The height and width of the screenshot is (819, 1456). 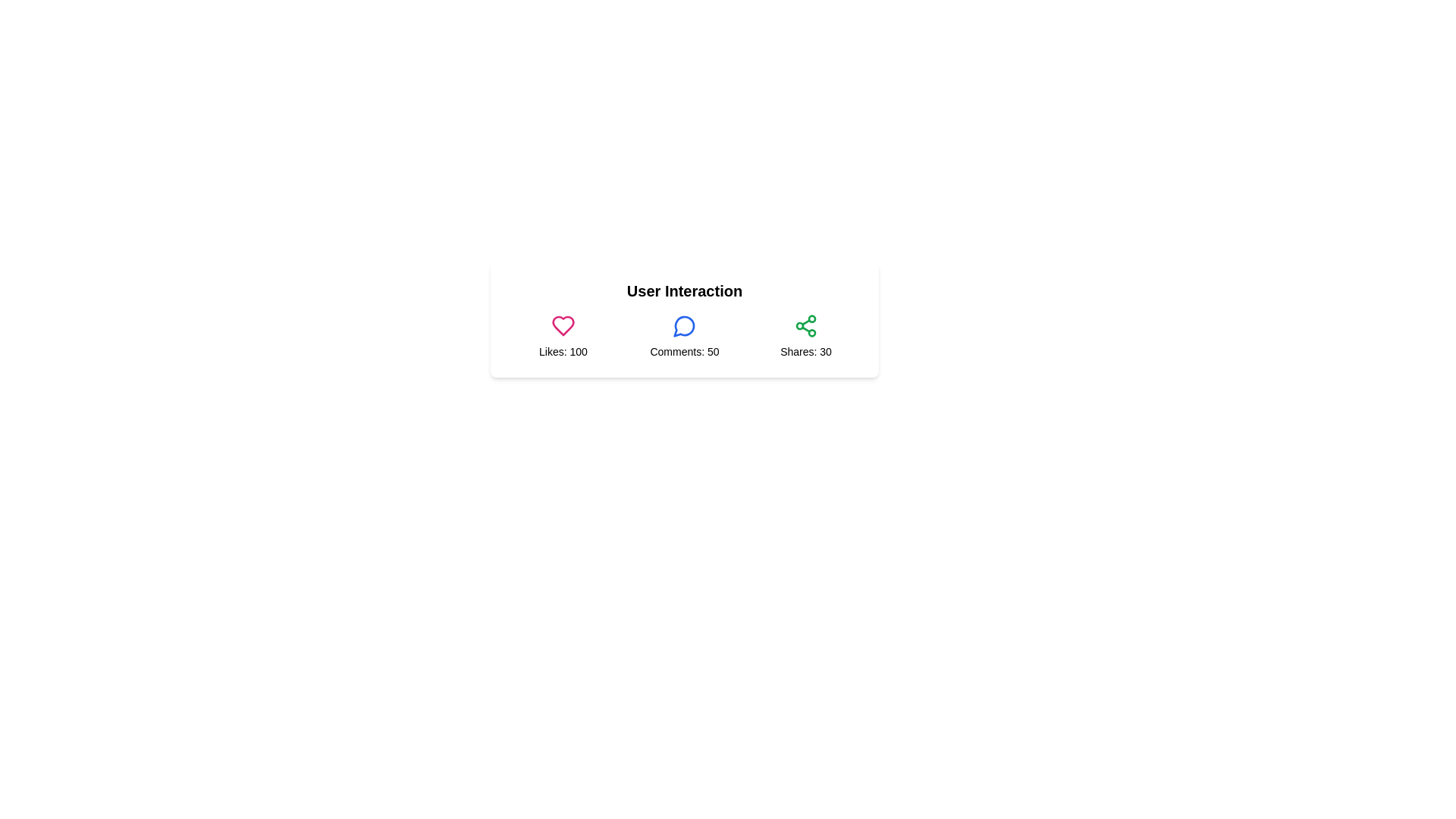 I want to click on the text 'Likes: 100' of the Interactive display unit featuring a pink heart icon, located at the leftmost position in the 'User Interaction' section, so click(x=563, y=335).